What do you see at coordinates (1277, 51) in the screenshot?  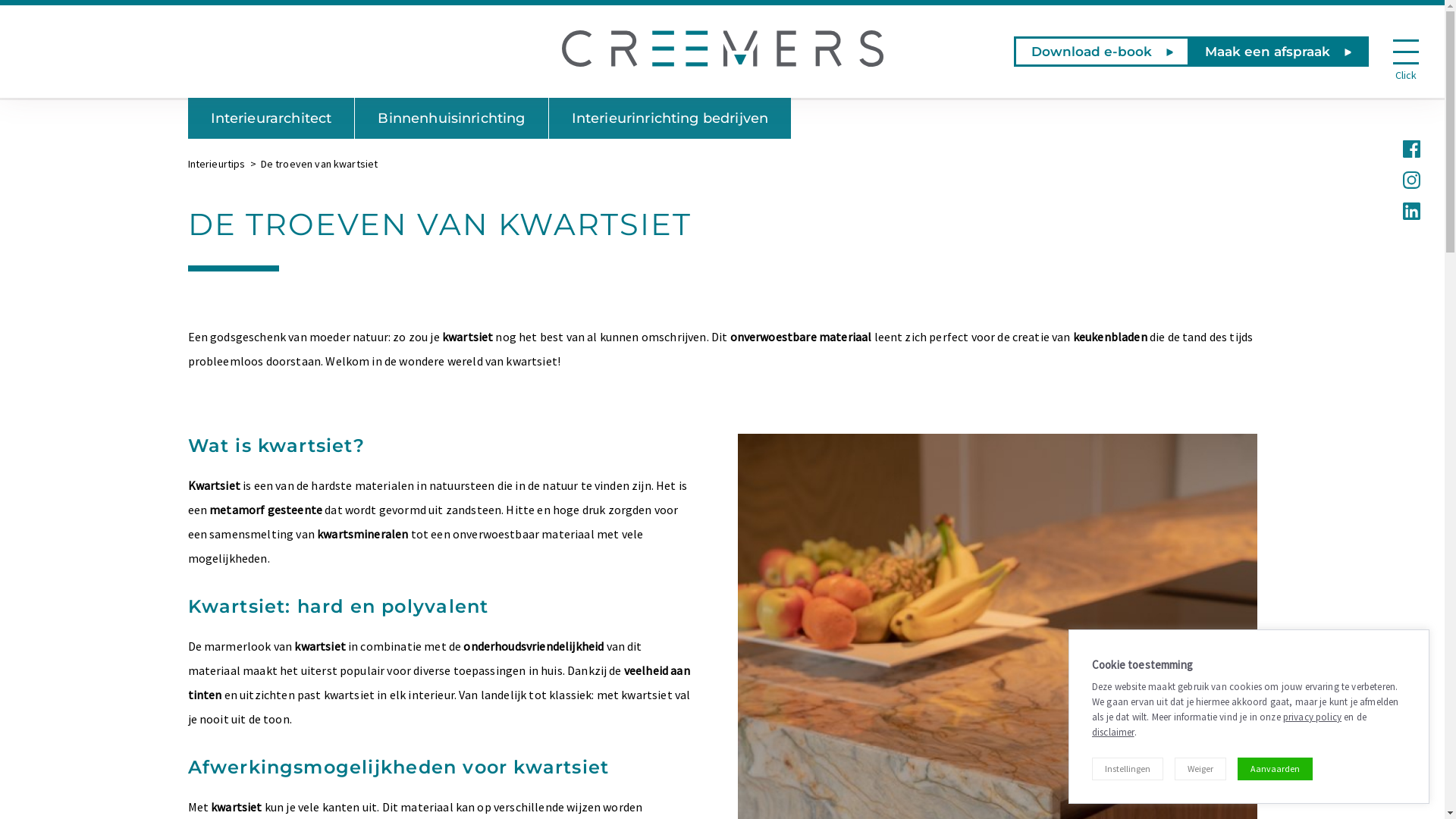 I see `'Maak een afspraak'` at bounding box center [1277, 51].